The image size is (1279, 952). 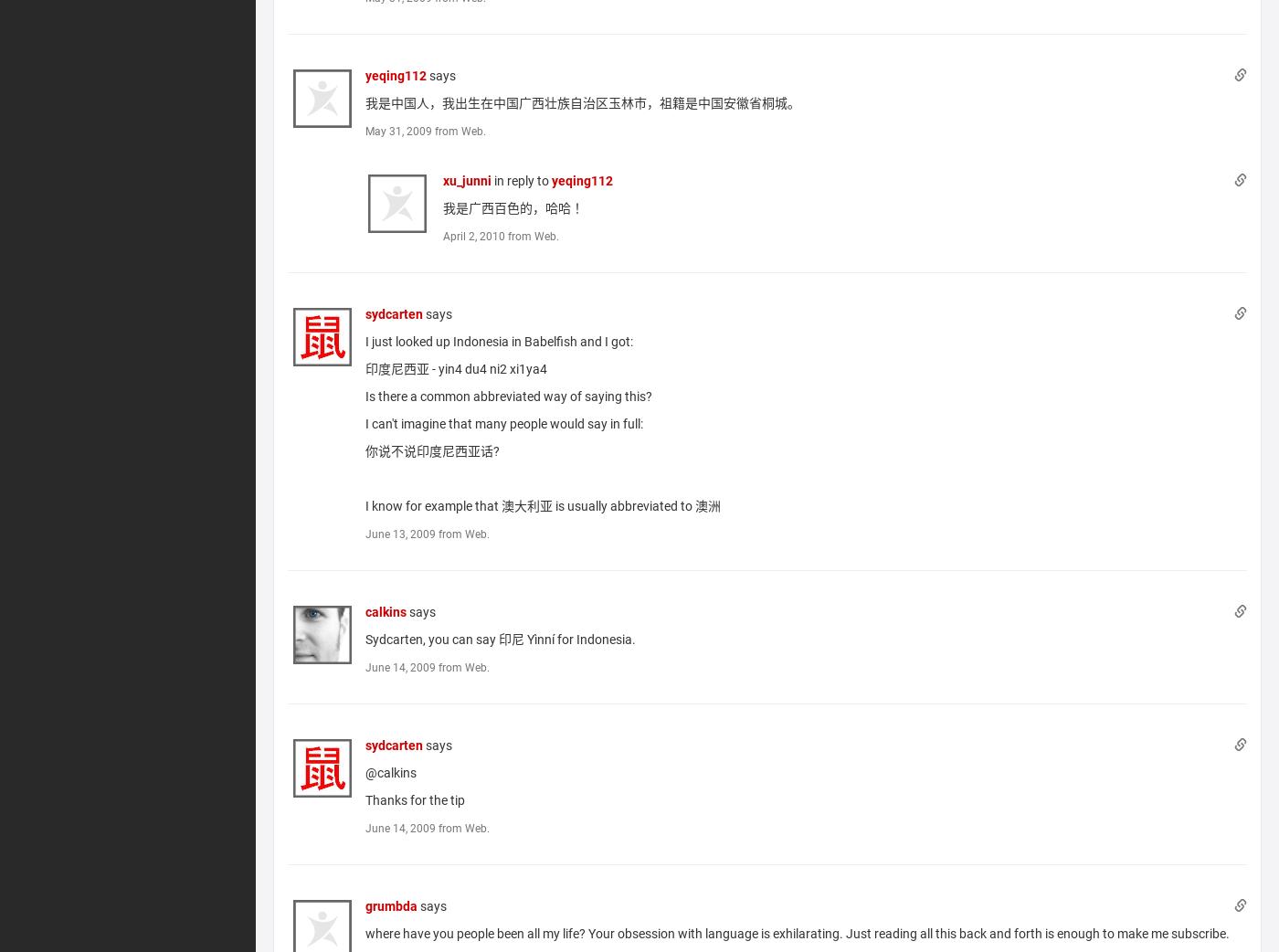 I want to click on 'calkins', so click(x=386, y=610).